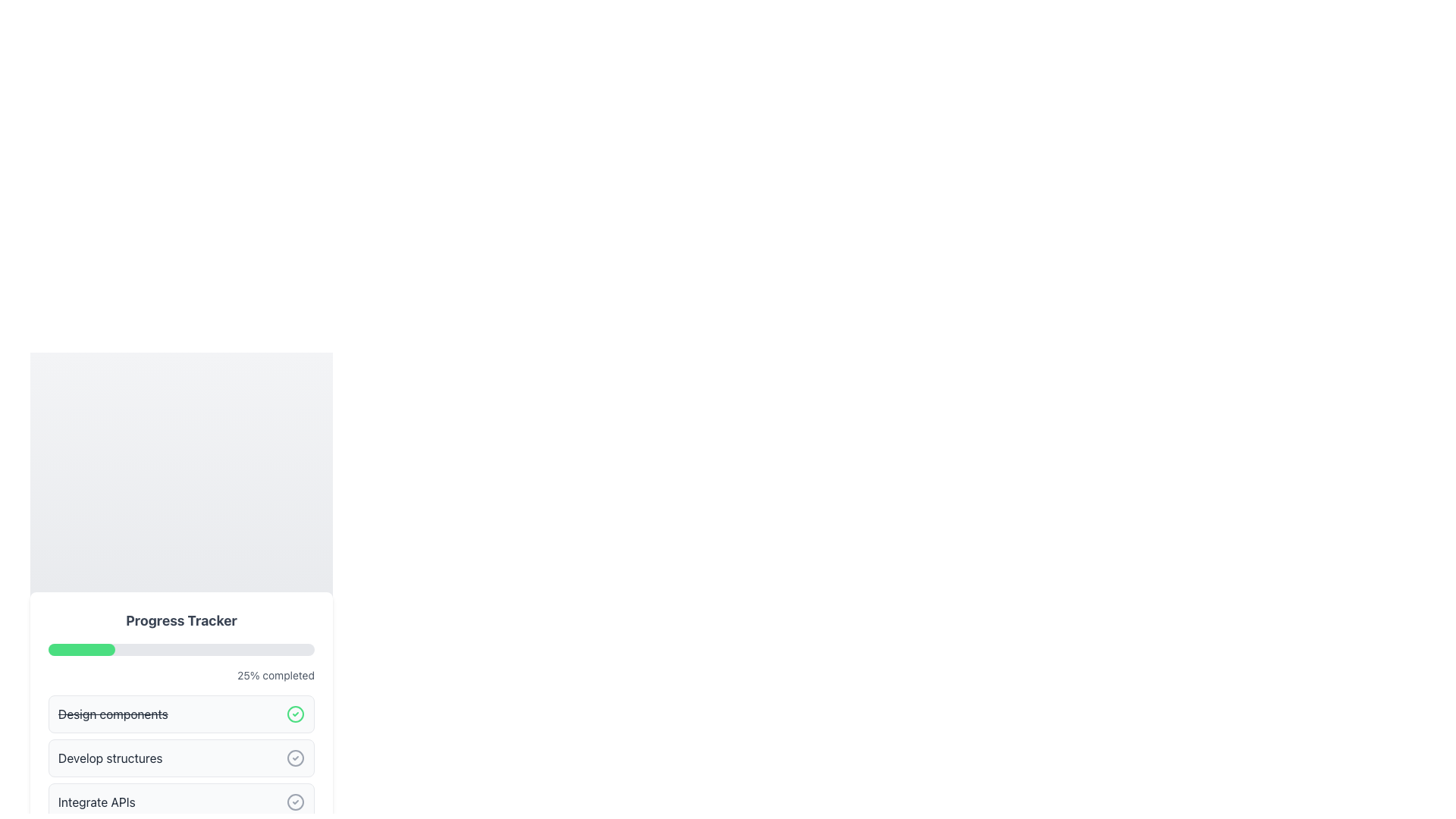  What do you see at coordinates (295, 714) in the screenshot?
I see `the completion indicator icon located to the right of the 'Design components' text in the progress tracker interface` at bounding box center [295, 714].